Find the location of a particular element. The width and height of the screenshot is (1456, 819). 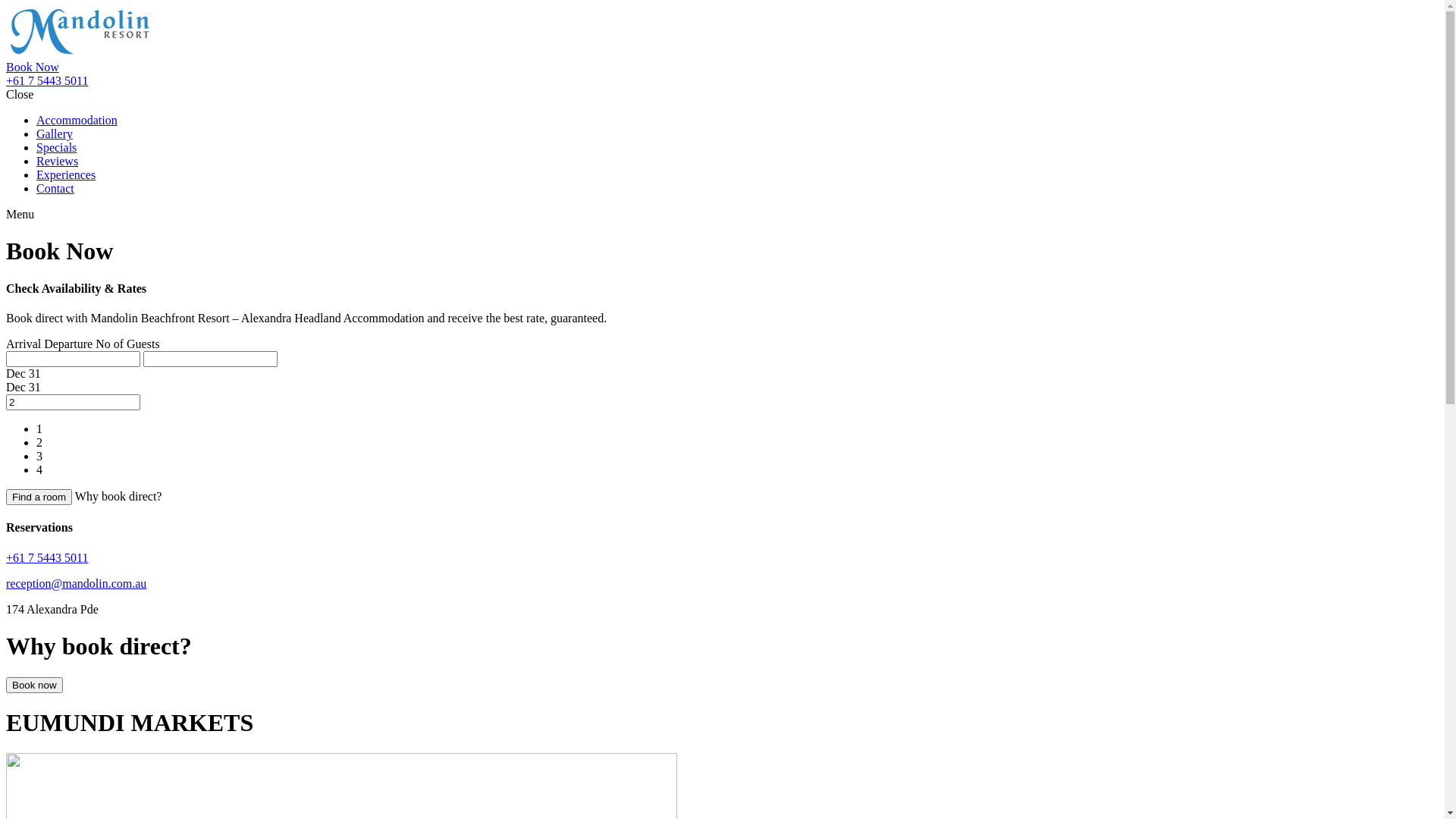

'Specials' is located at coordinates (56, 147).